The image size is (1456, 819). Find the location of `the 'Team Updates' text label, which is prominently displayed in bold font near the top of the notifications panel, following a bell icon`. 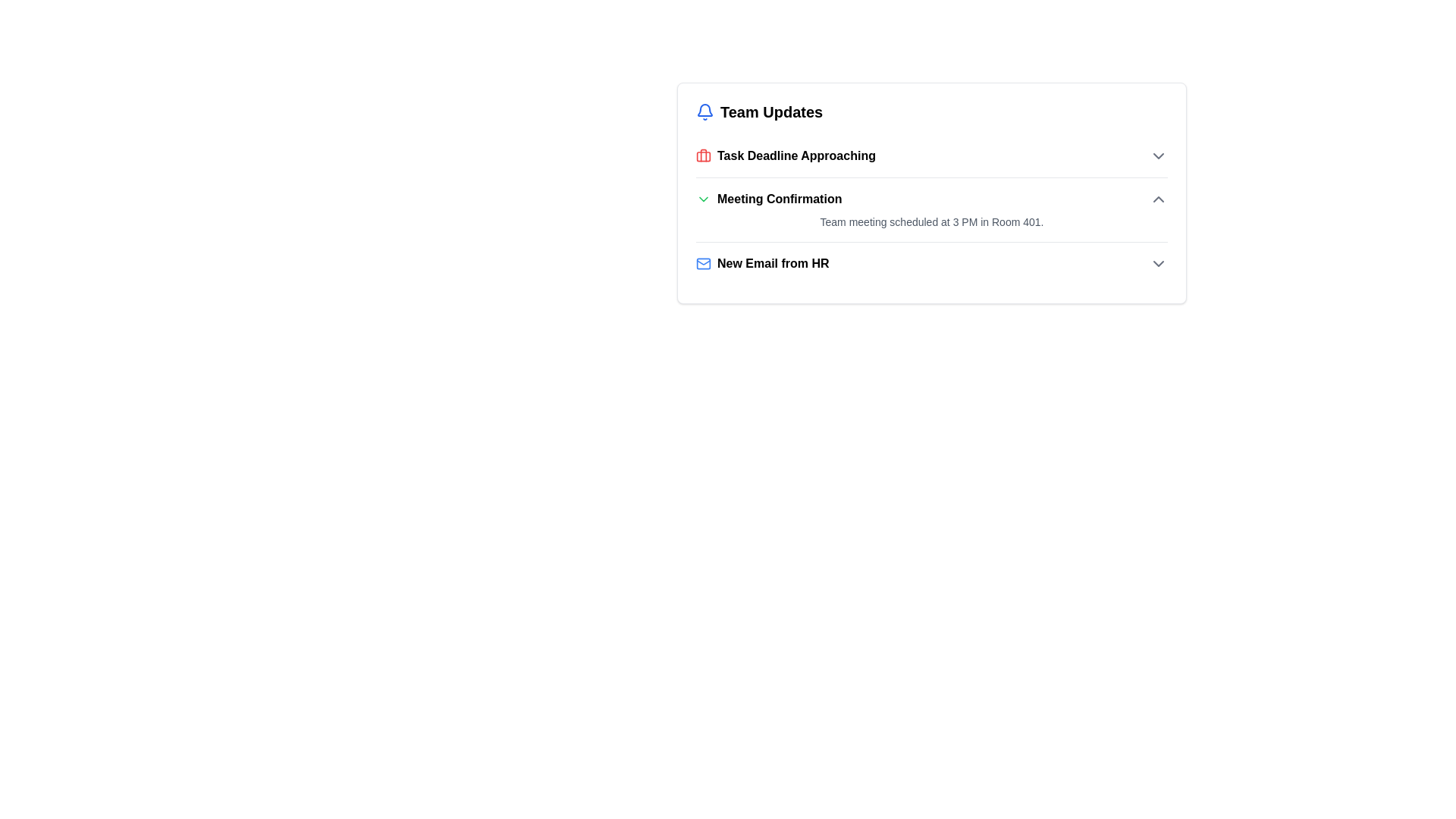

the 'Team Updates' text label, which is prominently displayed in bold font near the top of the notifications panel, following a bell icon is located at coordinates (771, 111).